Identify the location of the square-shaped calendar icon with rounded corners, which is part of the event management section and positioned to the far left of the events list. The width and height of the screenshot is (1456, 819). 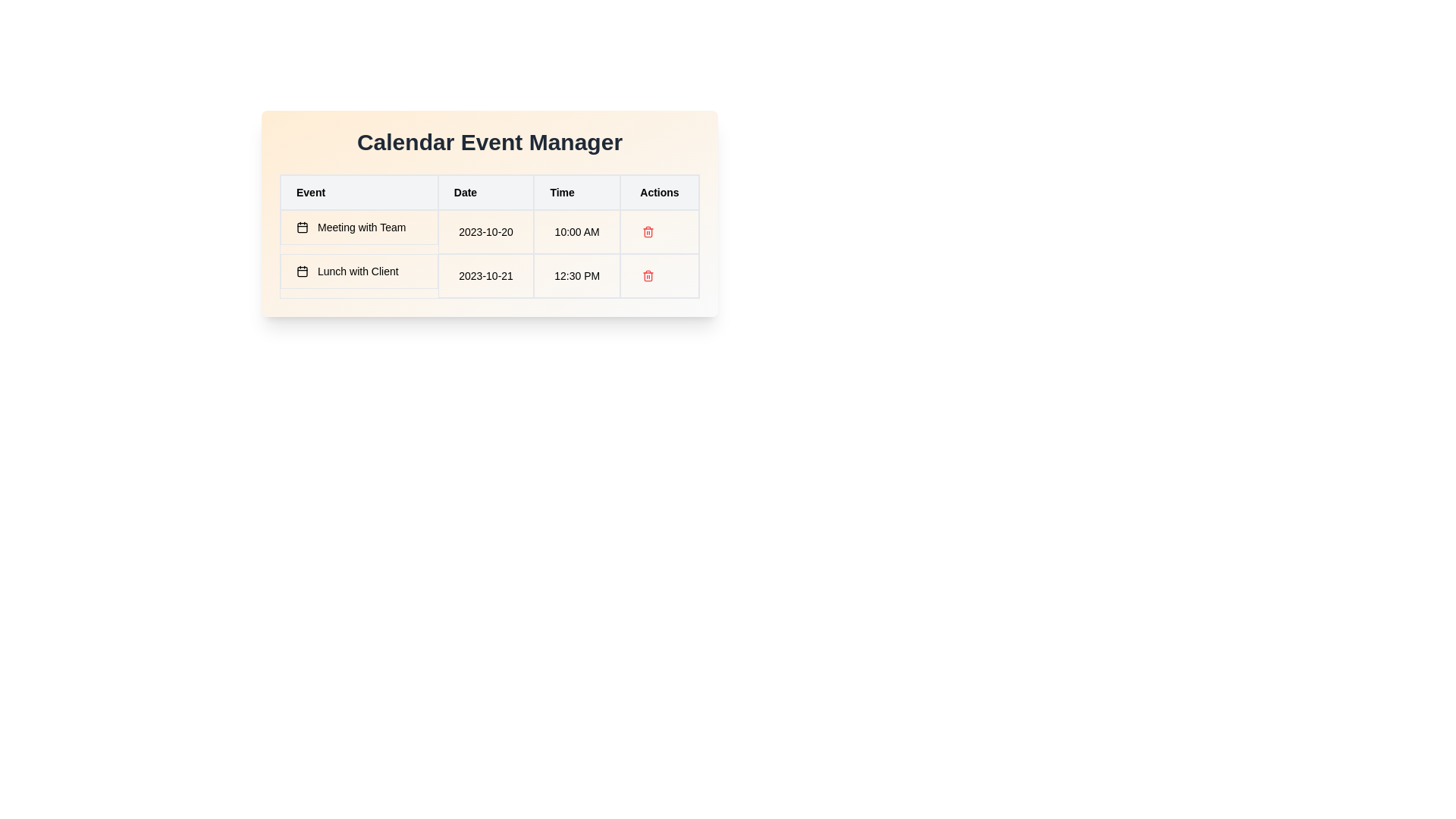
(302, 271).